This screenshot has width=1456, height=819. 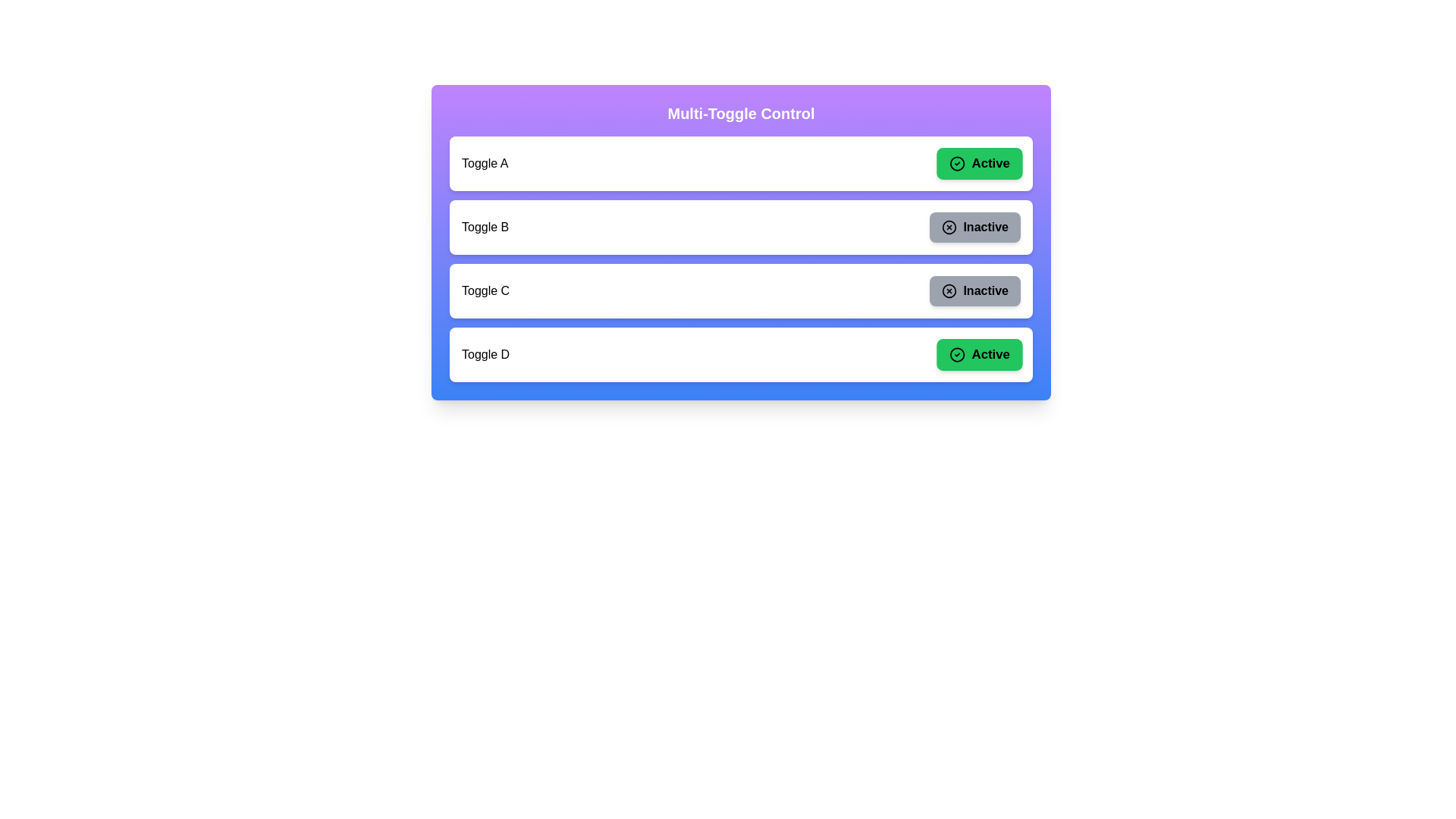 I want to click on the 'Inactive' text label of the toggle button for 'Toggle B', which indicates its status in the multi-toggle control interface, so click(x=986, y=227).